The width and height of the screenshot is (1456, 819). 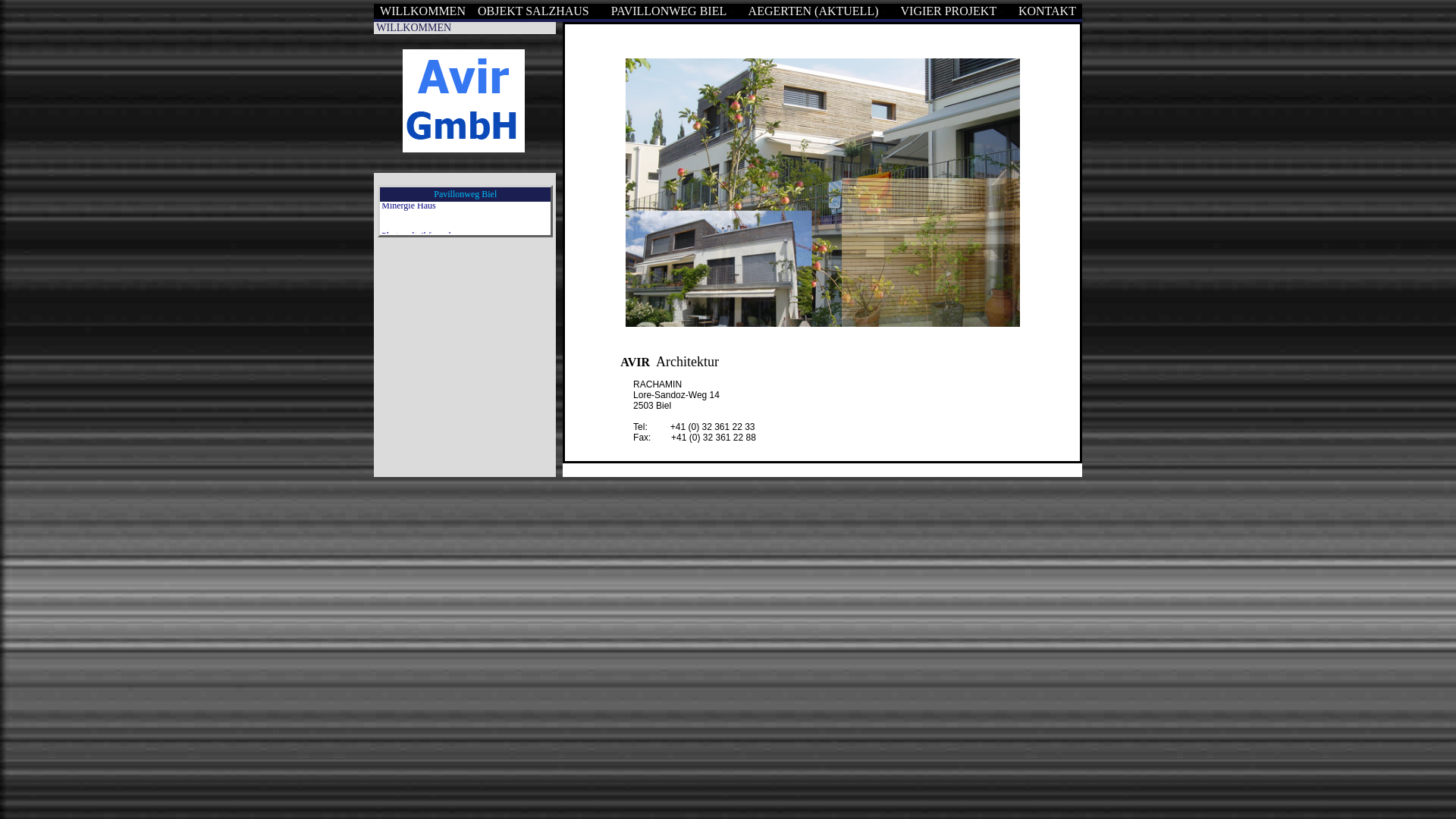 I want to click on 'Photovoltaikfassade', so click(x=418, y=208).